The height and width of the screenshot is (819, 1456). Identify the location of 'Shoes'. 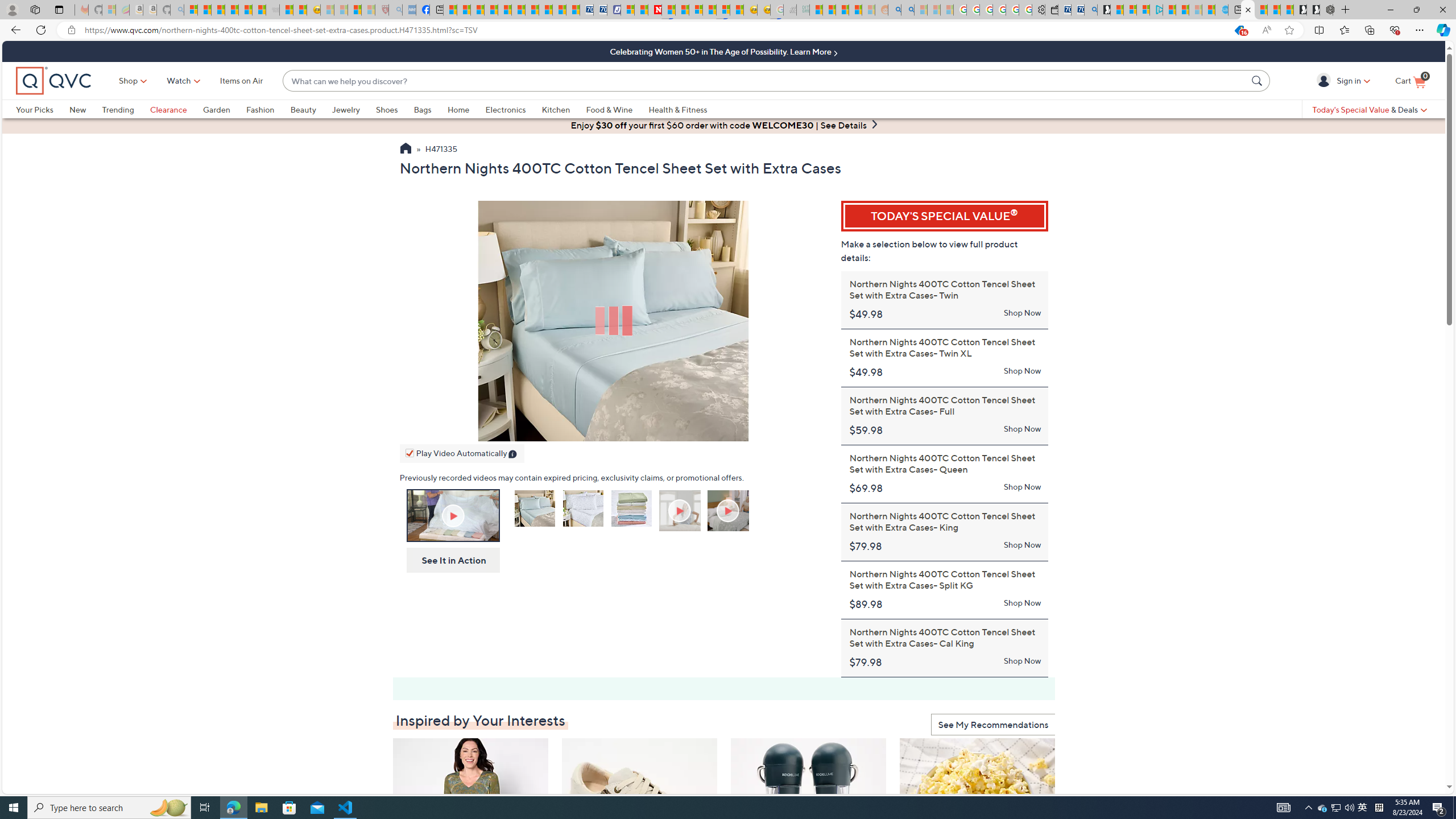
(394, 109).